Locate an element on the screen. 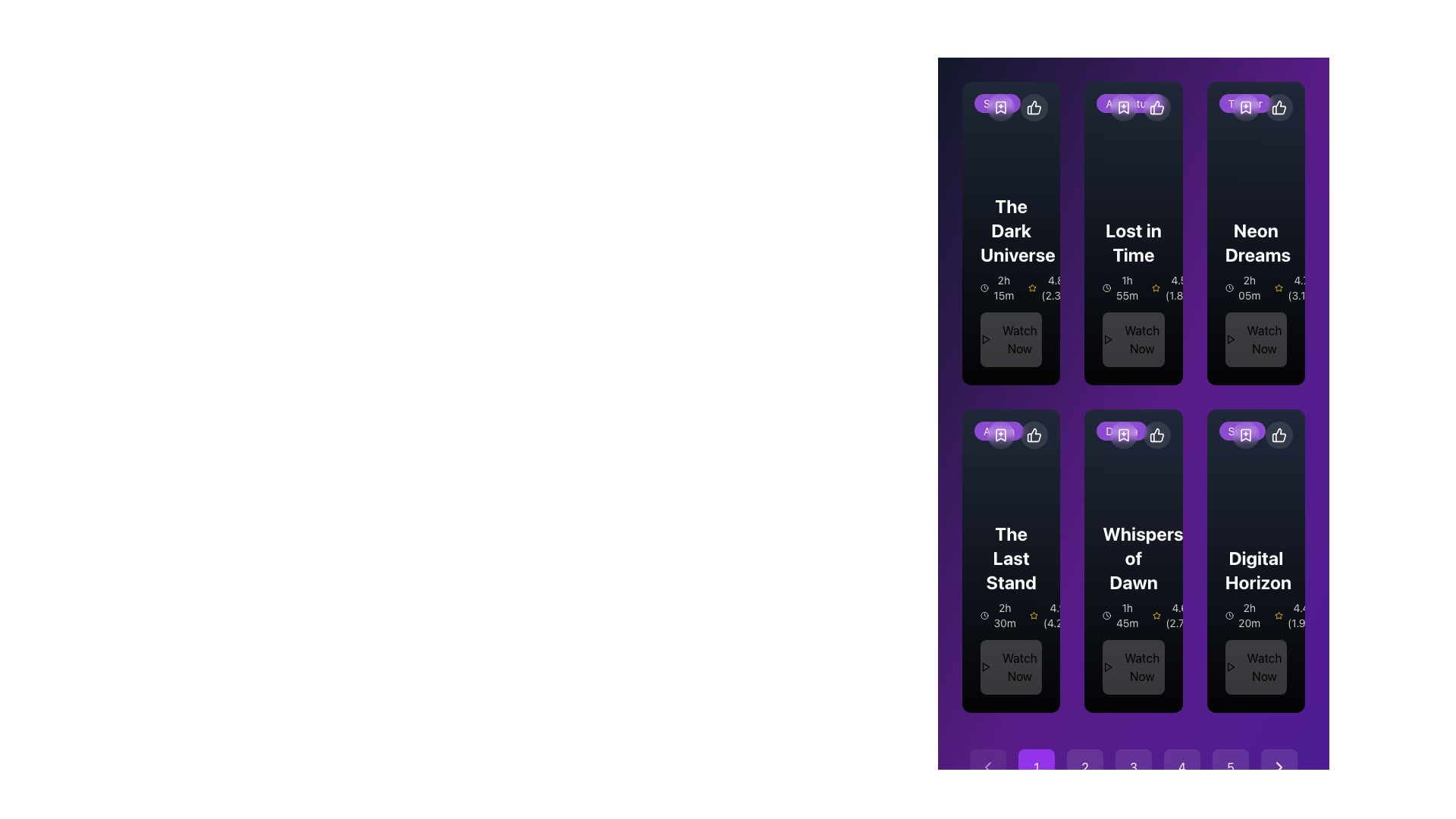 The image size is (1456, 819). the circular button with a white bookmark icon on a purple background to bookmark the content is located at coordinates (1123, 107).